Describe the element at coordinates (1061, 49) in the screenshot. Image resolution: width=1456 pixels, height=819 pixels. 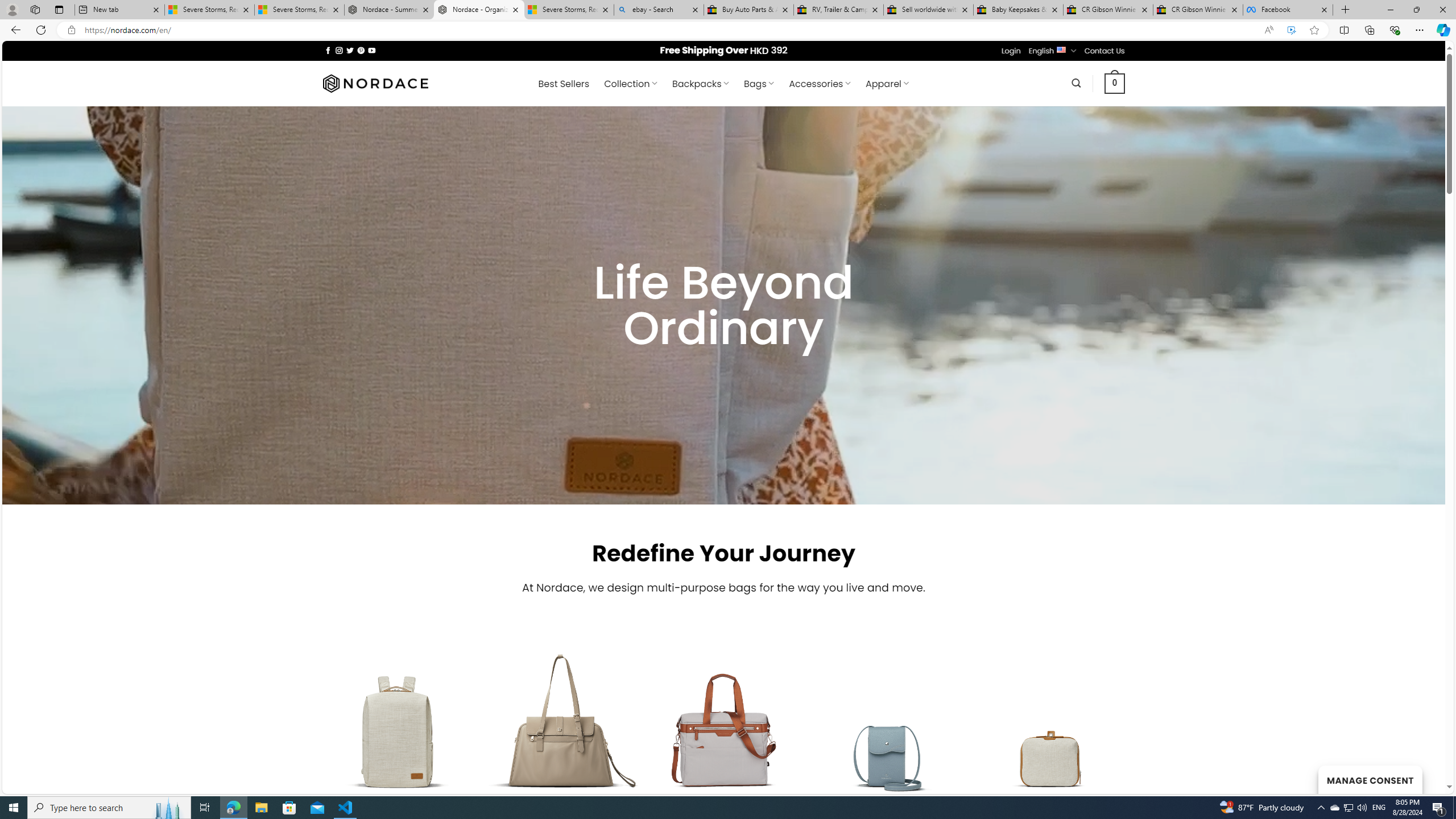
I see `'English'` at that location.